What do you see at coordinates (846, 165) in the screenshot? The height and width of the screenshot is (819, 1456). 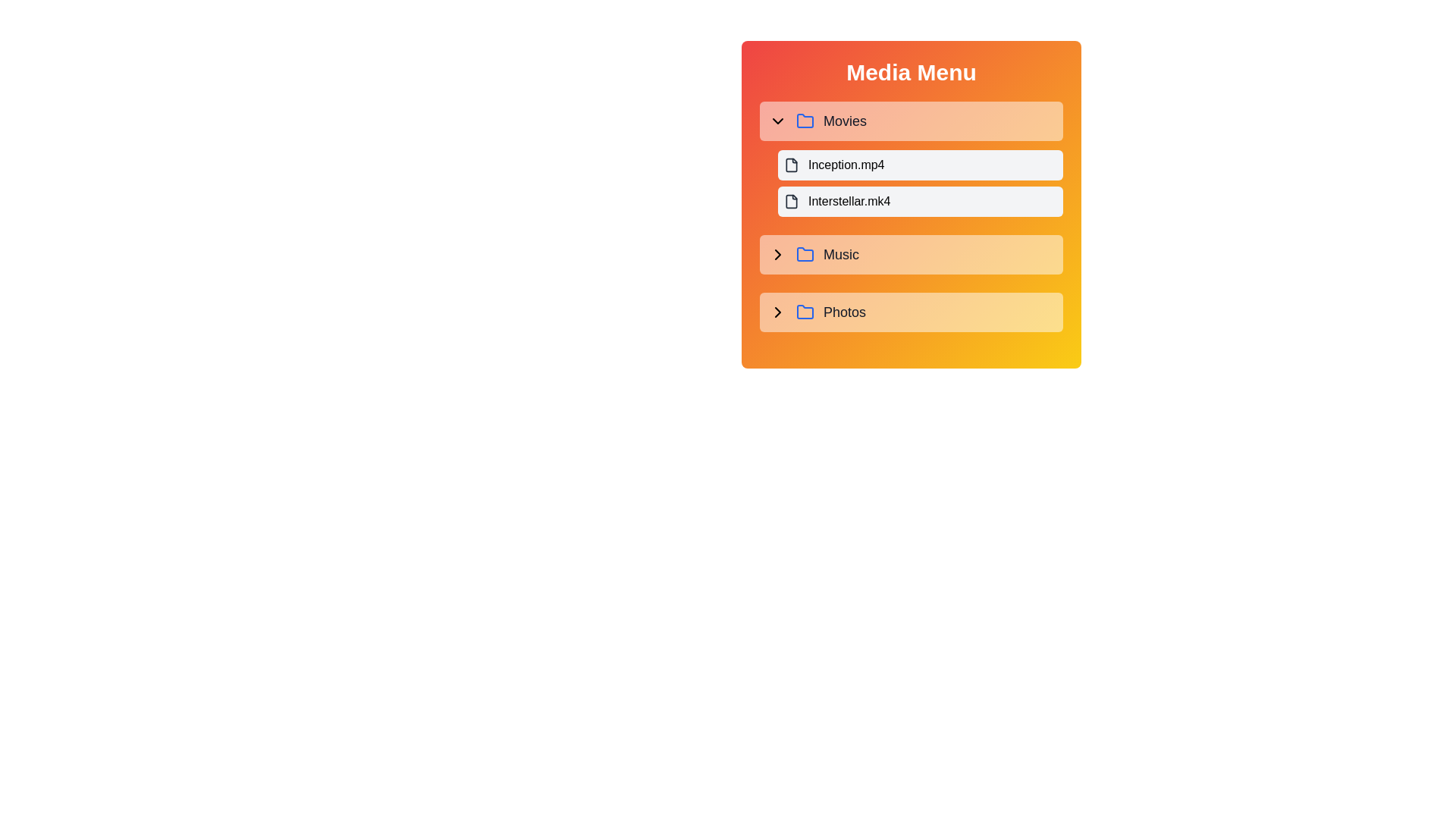 I see `the text label displaying 'Inception.mp4'` at bounding box center [846, 165].